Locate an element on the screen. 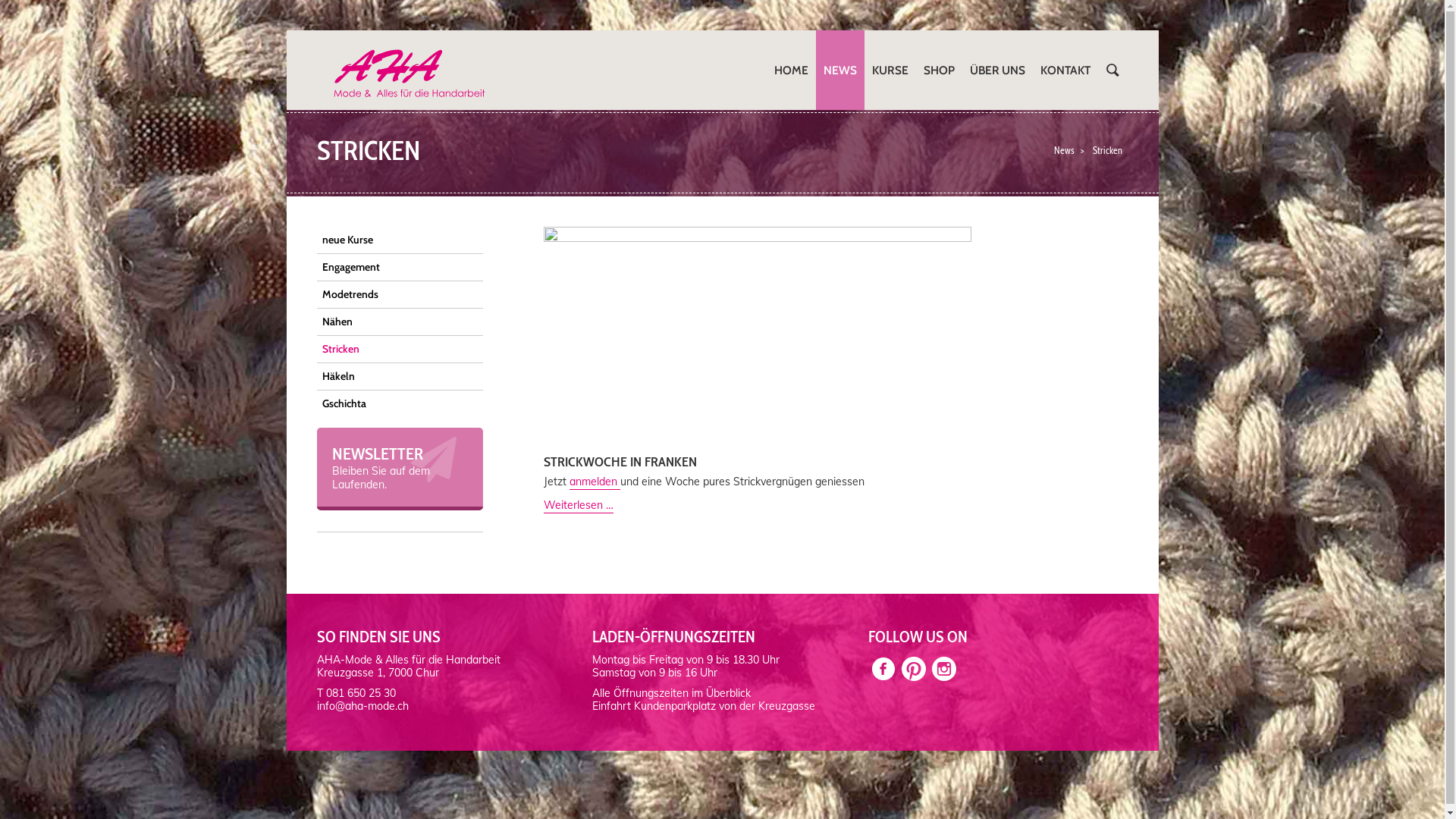  'anmelden' is located at coordinates (567, 482).